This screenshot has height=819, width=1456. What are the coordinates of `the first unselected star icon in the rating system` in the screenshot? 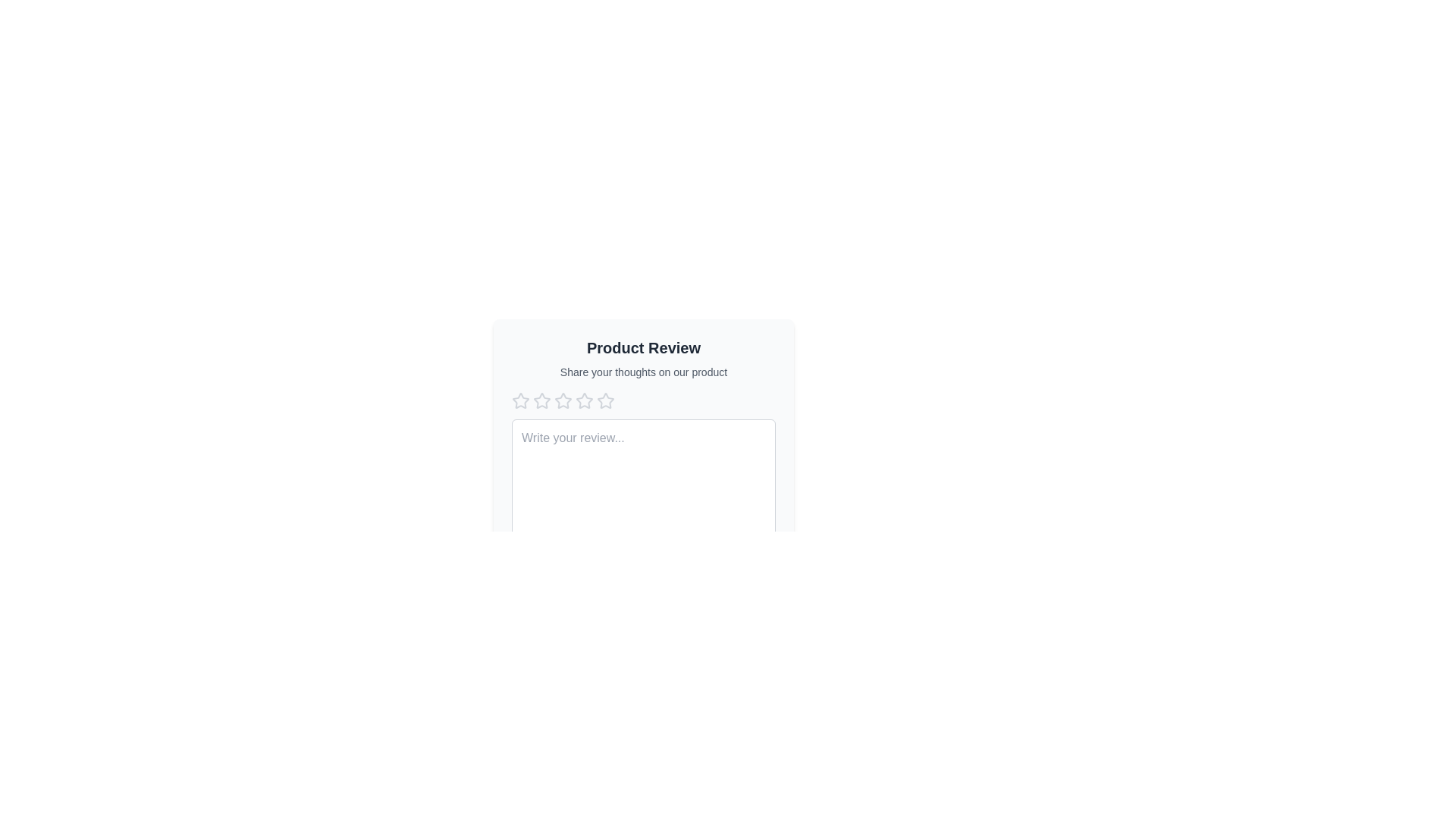 It's located at (520, 400).